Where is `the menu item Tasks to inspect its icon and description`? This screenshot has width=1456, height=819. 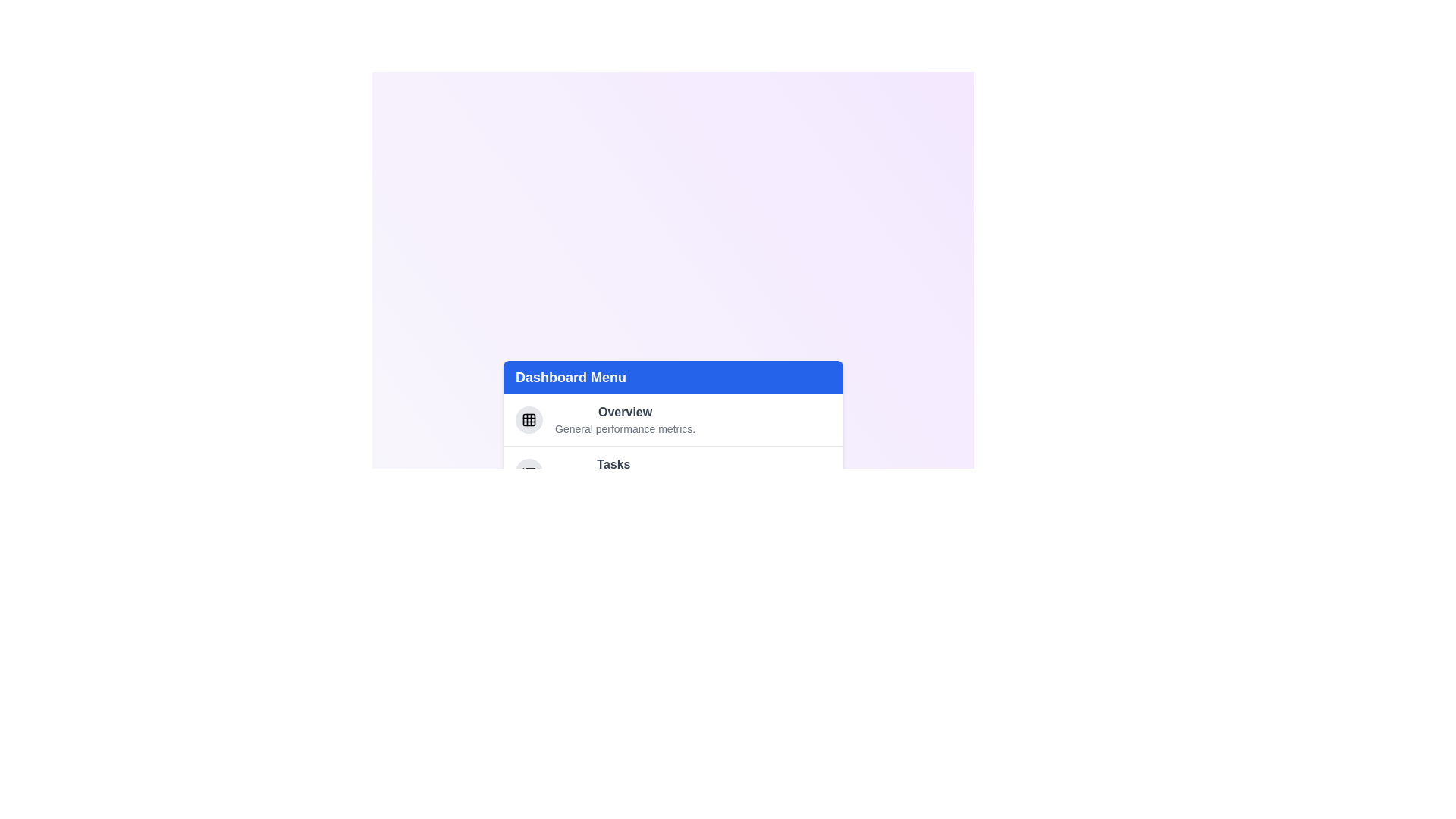
the menu item Tasks to inspect its icon and description is located at coordinates (529, 471).